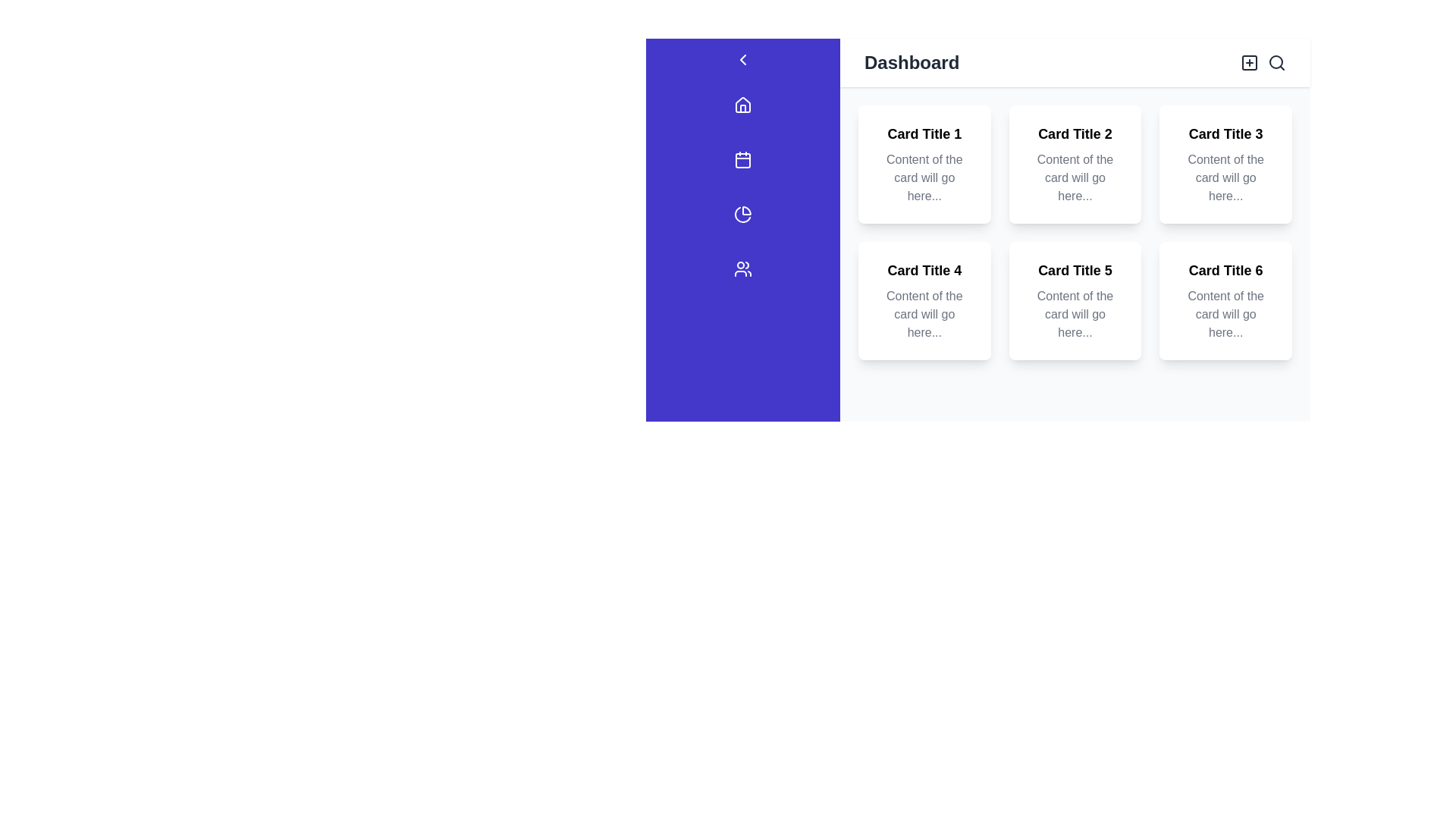 Image resolution: width=1456 pixels, height=819 pixels. Describe the element at coordinates (742, 163) in the screenshot. I see `the navigation button located on the left navigation bar, which is the second item below the house icon` at that location.